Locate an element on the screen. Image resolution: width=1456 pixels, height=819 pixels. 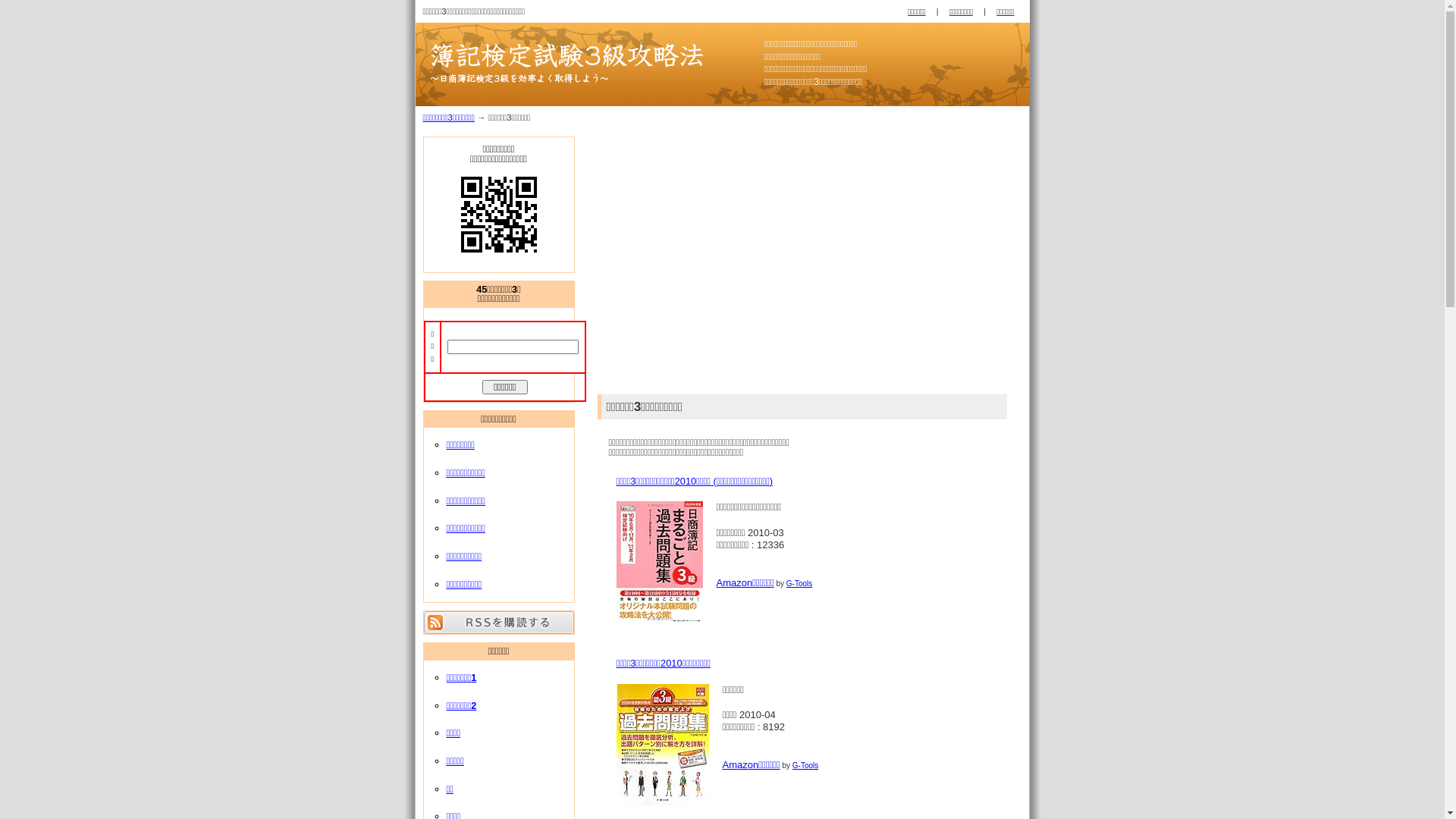
'G-Tools' is located at coordinates (799, 582).